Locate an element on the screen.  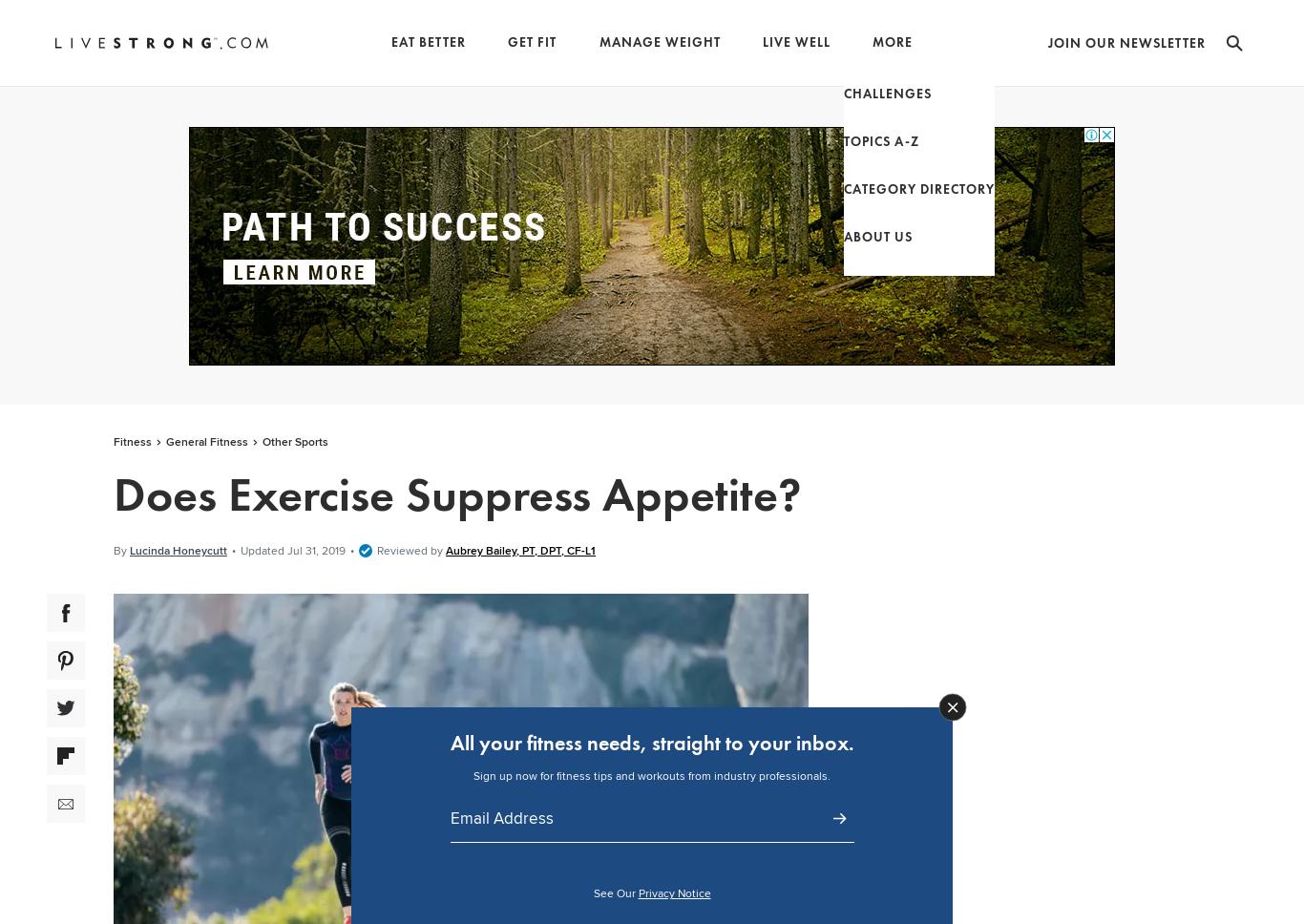
'Does Exercise Suppress Appetite?' is located at coordinates (457, 498).